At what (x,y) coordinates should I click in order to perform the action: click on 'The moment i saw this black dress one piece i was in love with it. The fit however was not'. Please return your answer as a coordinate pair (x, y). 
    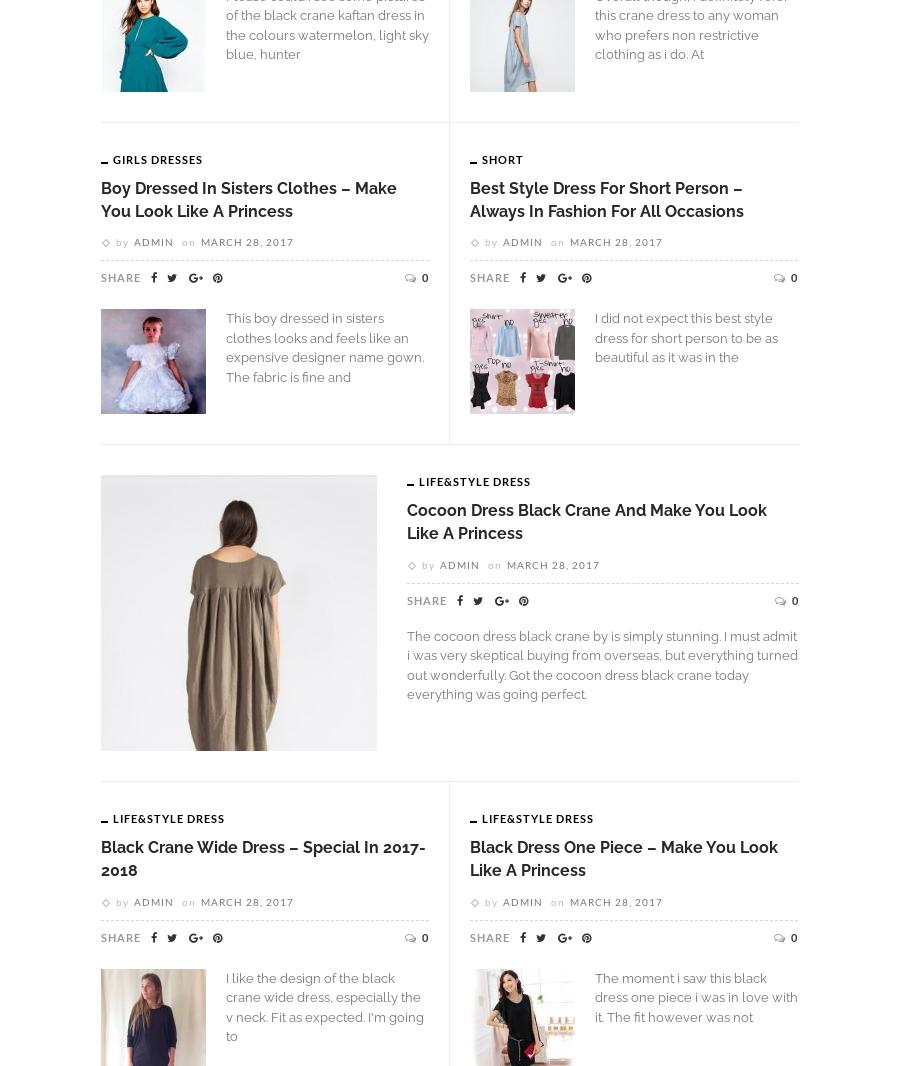
    Looking at the image, I should click on (695, 997).